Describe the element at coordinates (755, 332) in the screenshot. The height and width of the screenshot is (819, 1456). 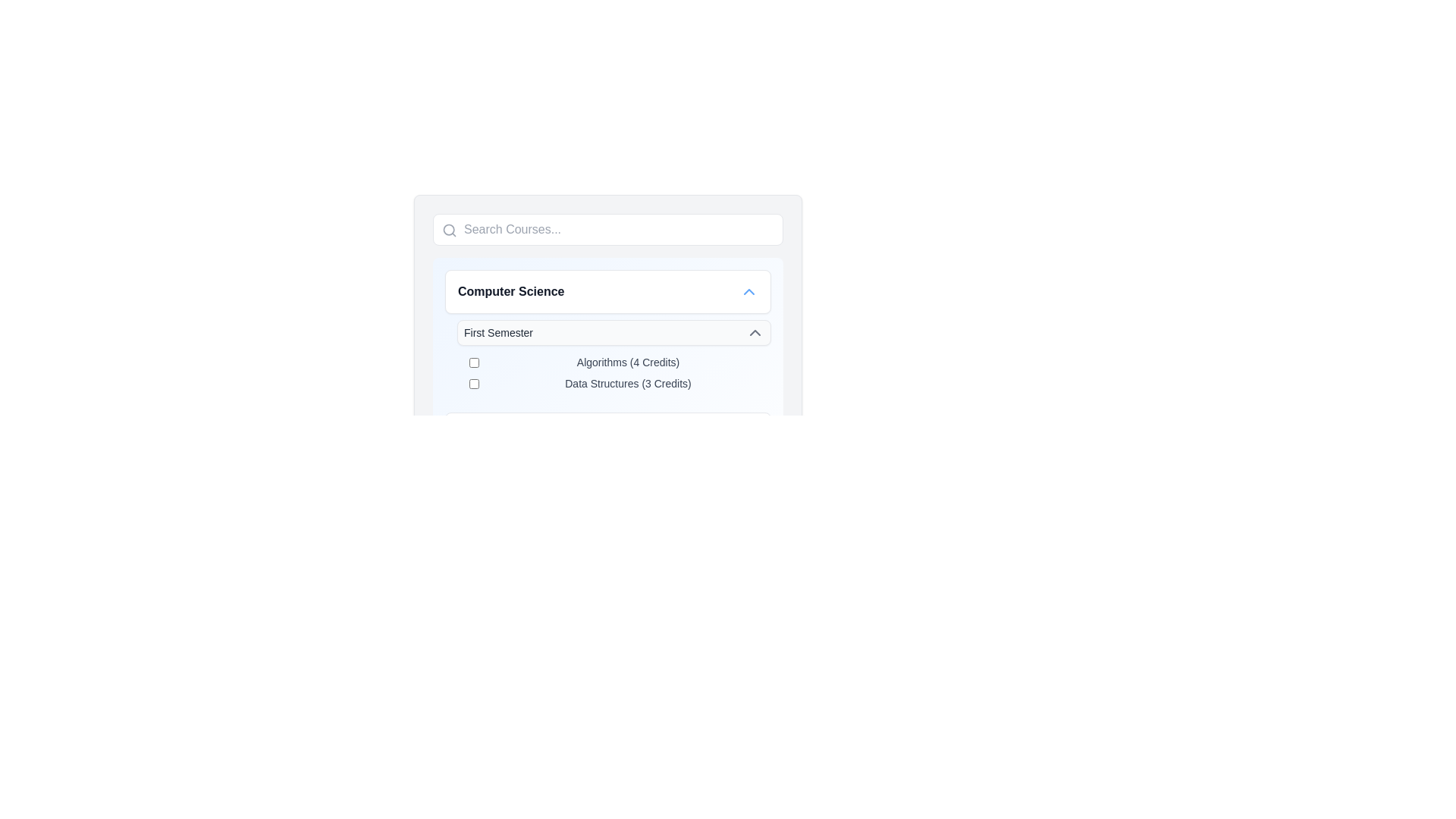
I see `the chevron icon located at the right-hand edge of the 'First Semester' bar in the 'Computer Science' section` at that location.